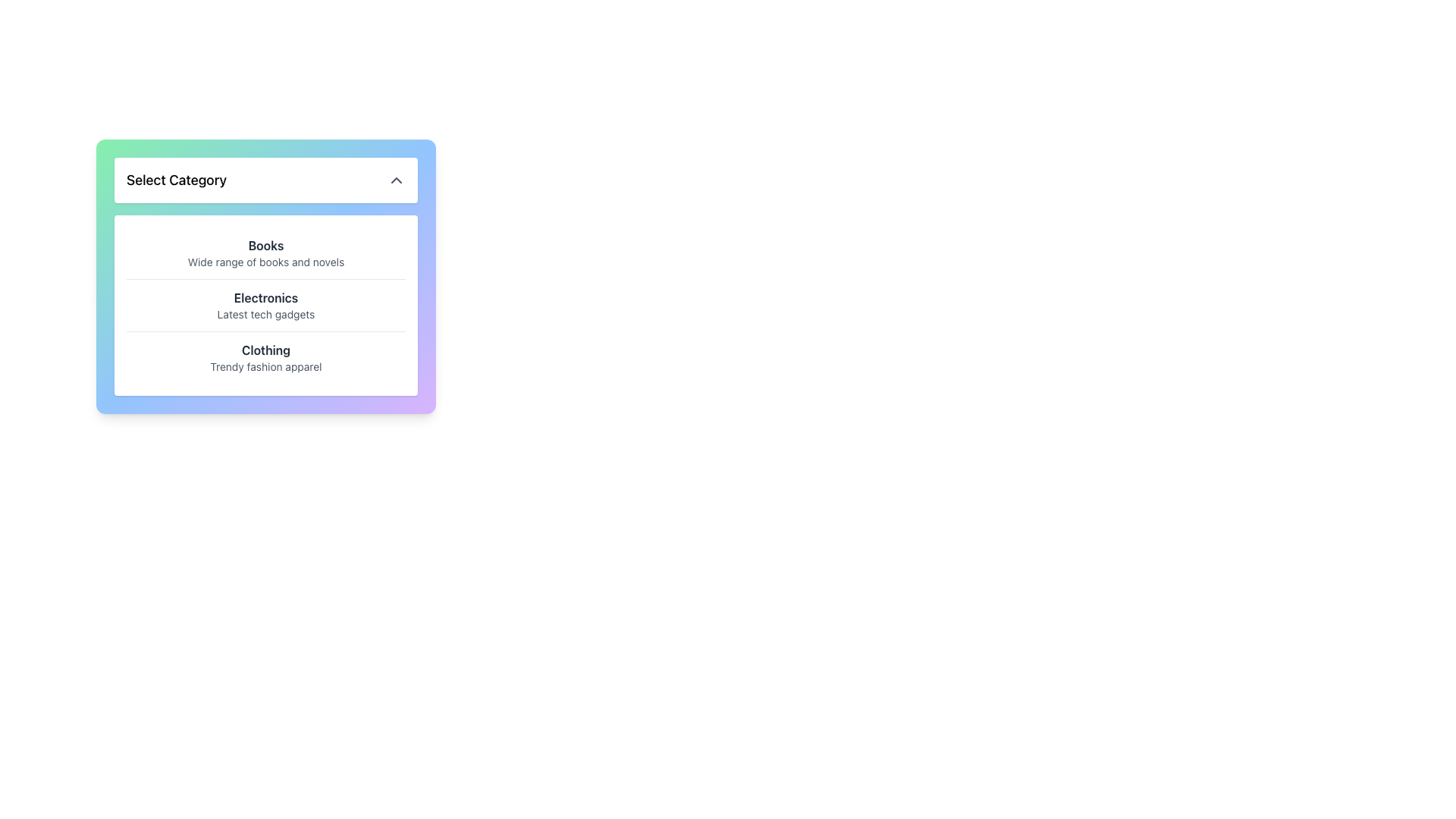  What do you see at coordinates (265, 305) in the screenshot?
I see `the second category item in the list, which relates to electronics and gadgets` at bounding box center [265, 305].